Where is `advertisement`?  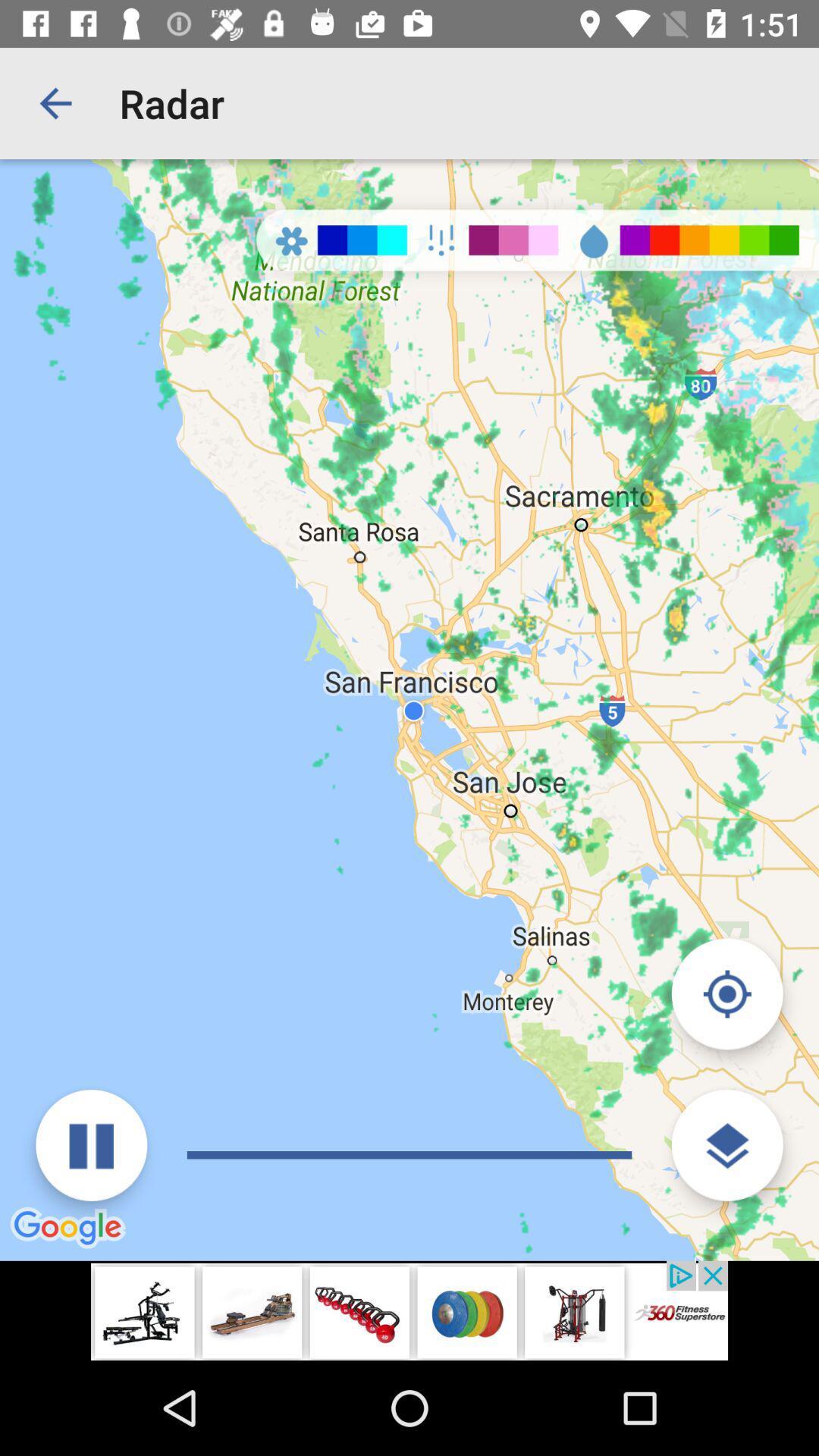
advertisement is located at coordinates (409, 1310).